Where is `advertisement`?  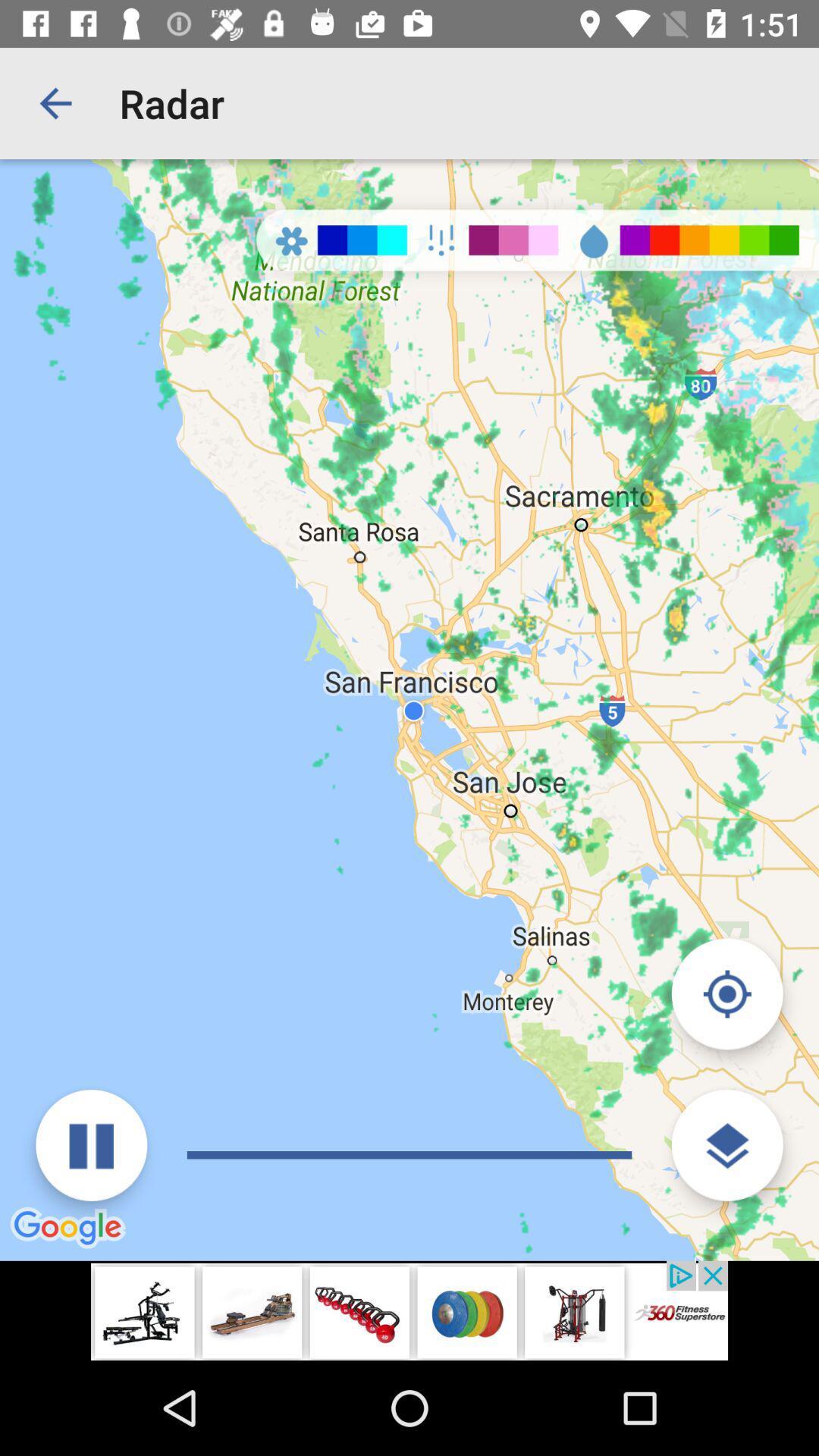
advertisement is located at coordinates (409, 1310).